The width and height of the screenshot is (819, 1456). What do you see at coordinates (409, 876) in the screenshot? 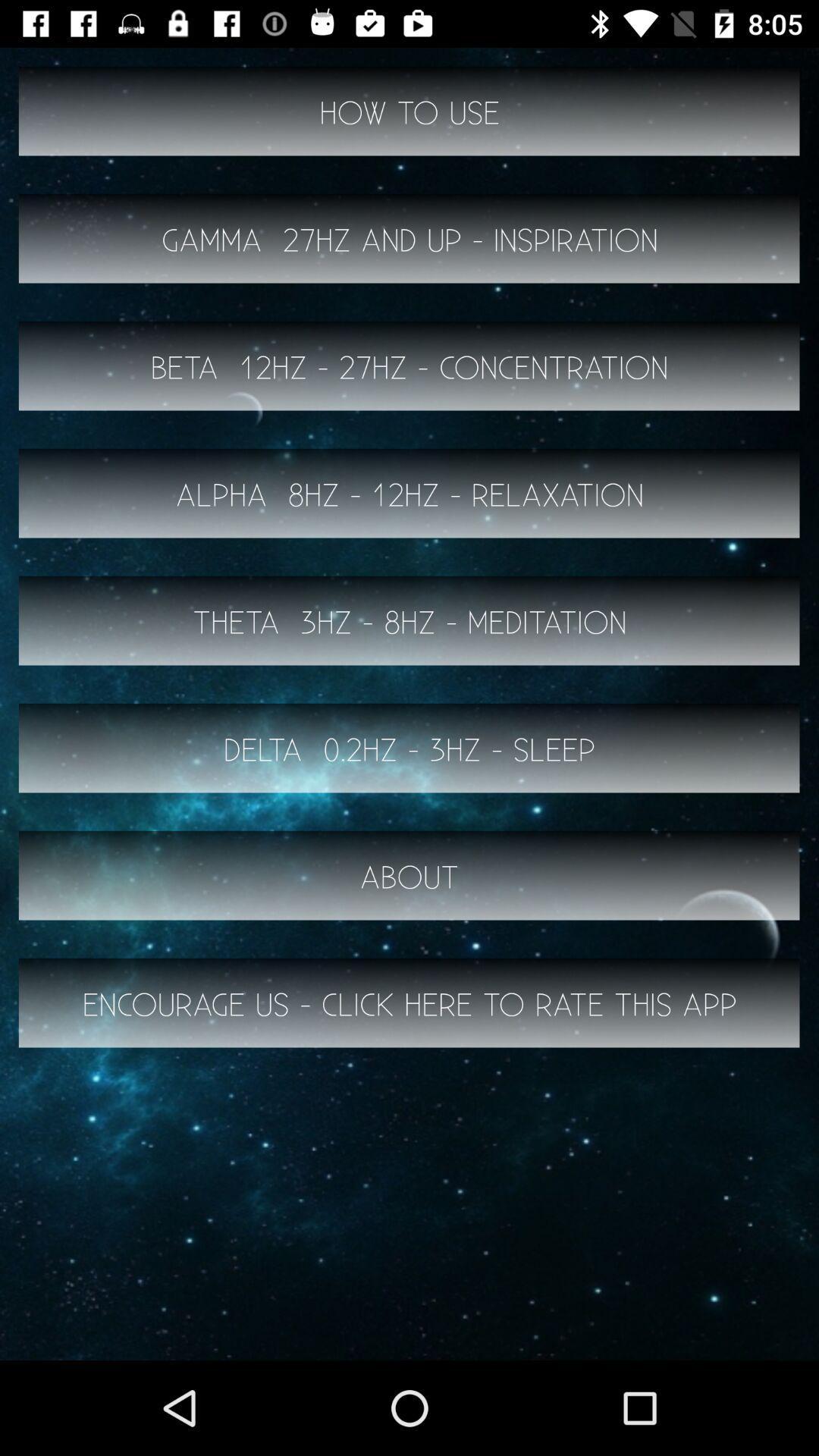
I see `the about item` at bounding box center [409, 876].